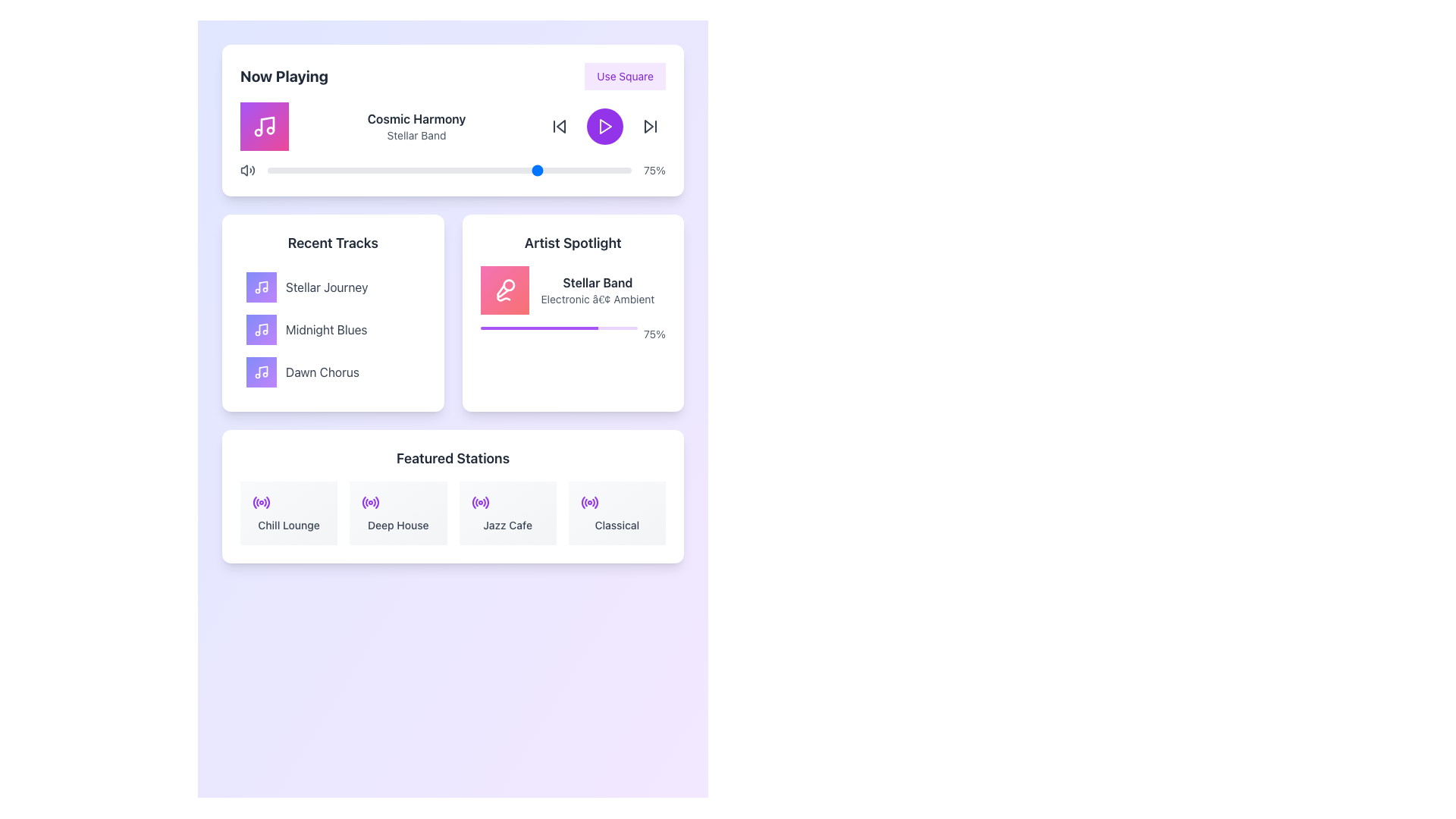  What do you see at coordinates (470, 170) in the screenshot?
I see `the slider` at bounding box center [470, 170].